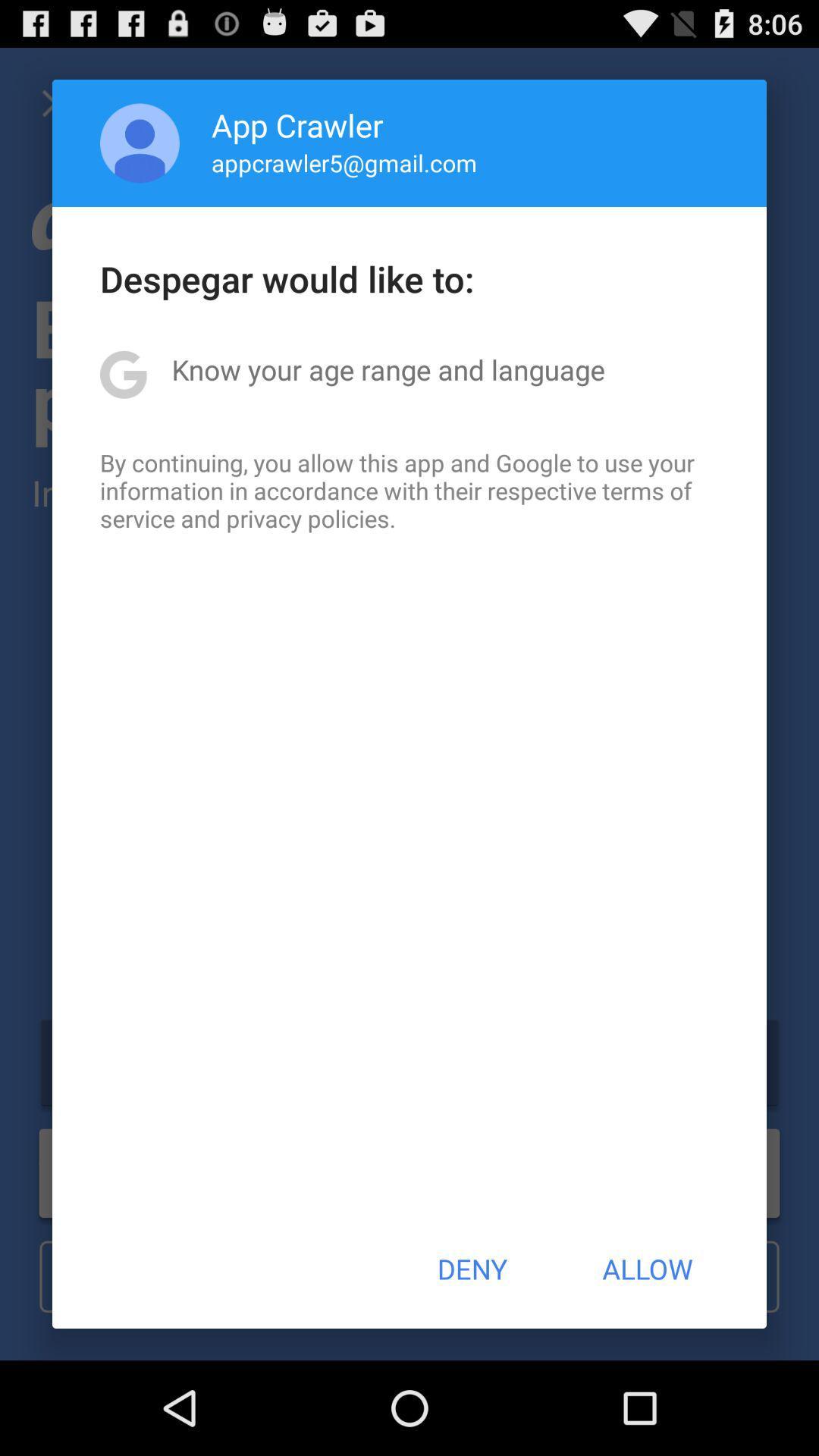 The width and height of the screenshot is (819, 1456). What do you see at coordinates (344, 162) in the screenshot?
I see `app above despegar would like` at bounding box center [344, 162].